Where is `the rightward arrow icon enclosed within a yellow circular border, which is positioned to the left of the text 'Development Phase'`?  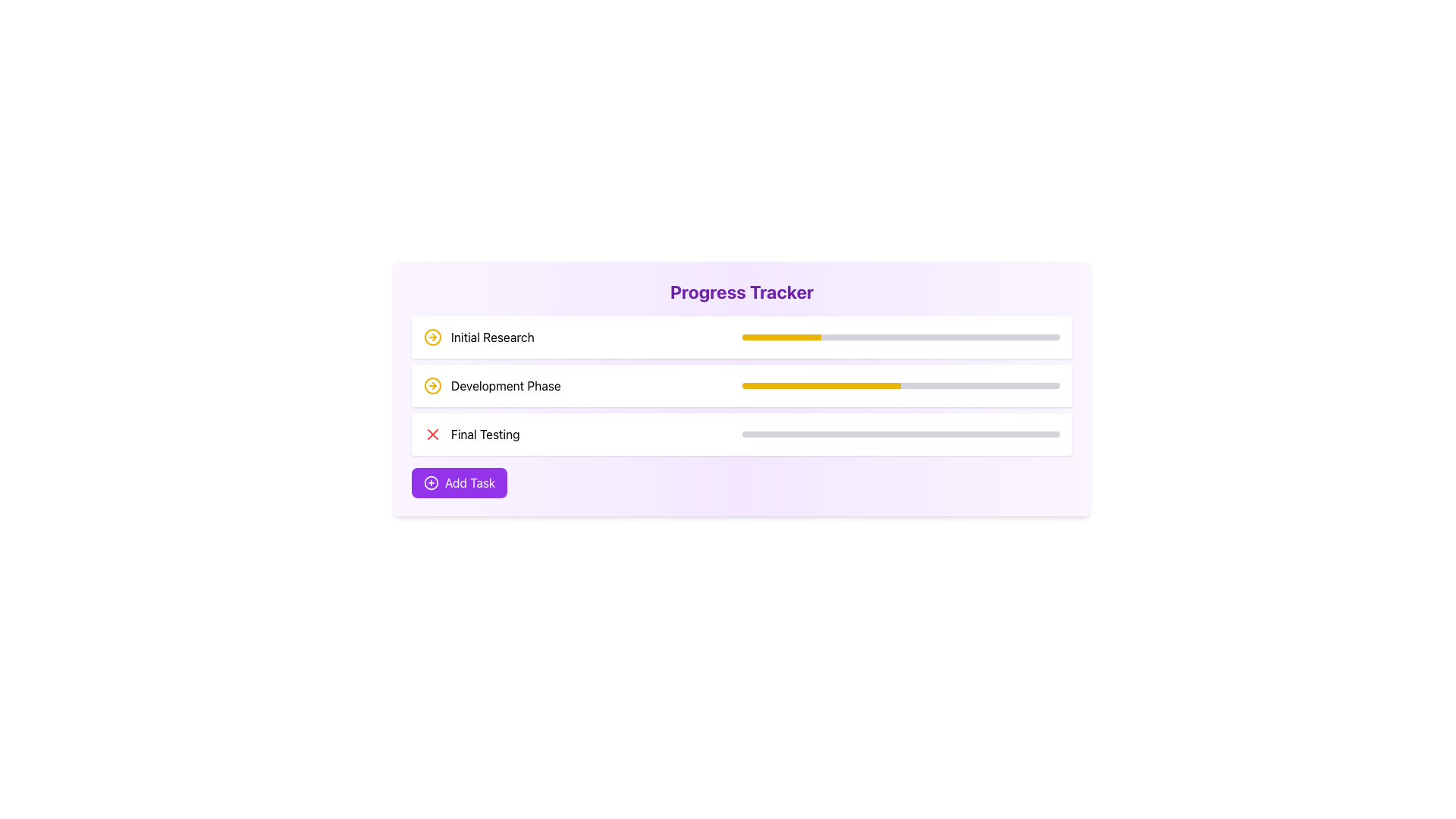 the rightward arrow icon enclosed within a yellow circular border, which is positioned to the left of the text 'Development Phase' is located at coordinates (432, 385).